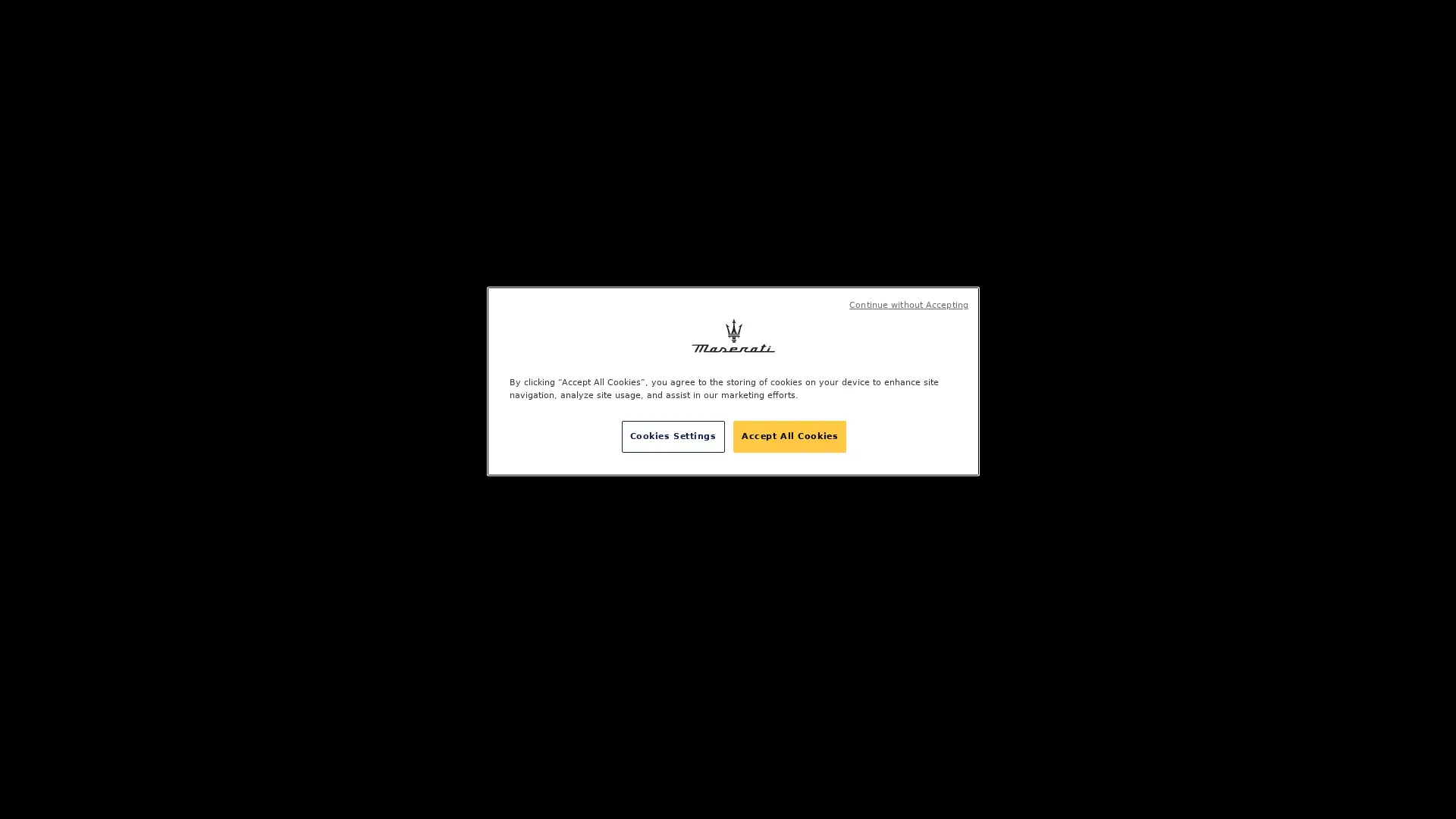 The image size is (1456, 819). Describe the element at coordinates (789, 436) in the screenshot. I see `Accept All Cookies` at that location.